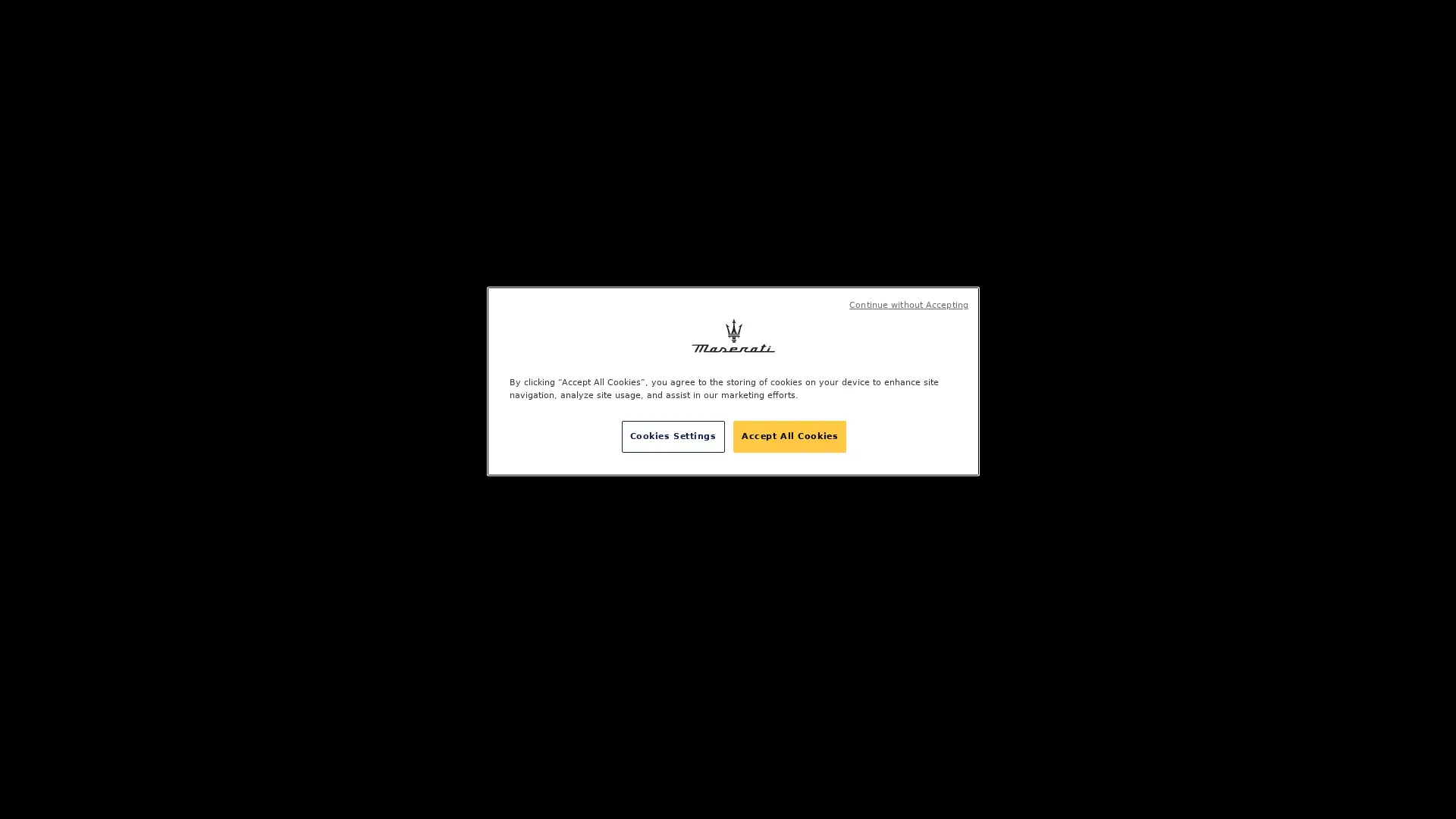 The image size is (1456, 819). Describe the element at coordinates (789, 436) in the screenshot. I see `Accept All Cookies` at that location.